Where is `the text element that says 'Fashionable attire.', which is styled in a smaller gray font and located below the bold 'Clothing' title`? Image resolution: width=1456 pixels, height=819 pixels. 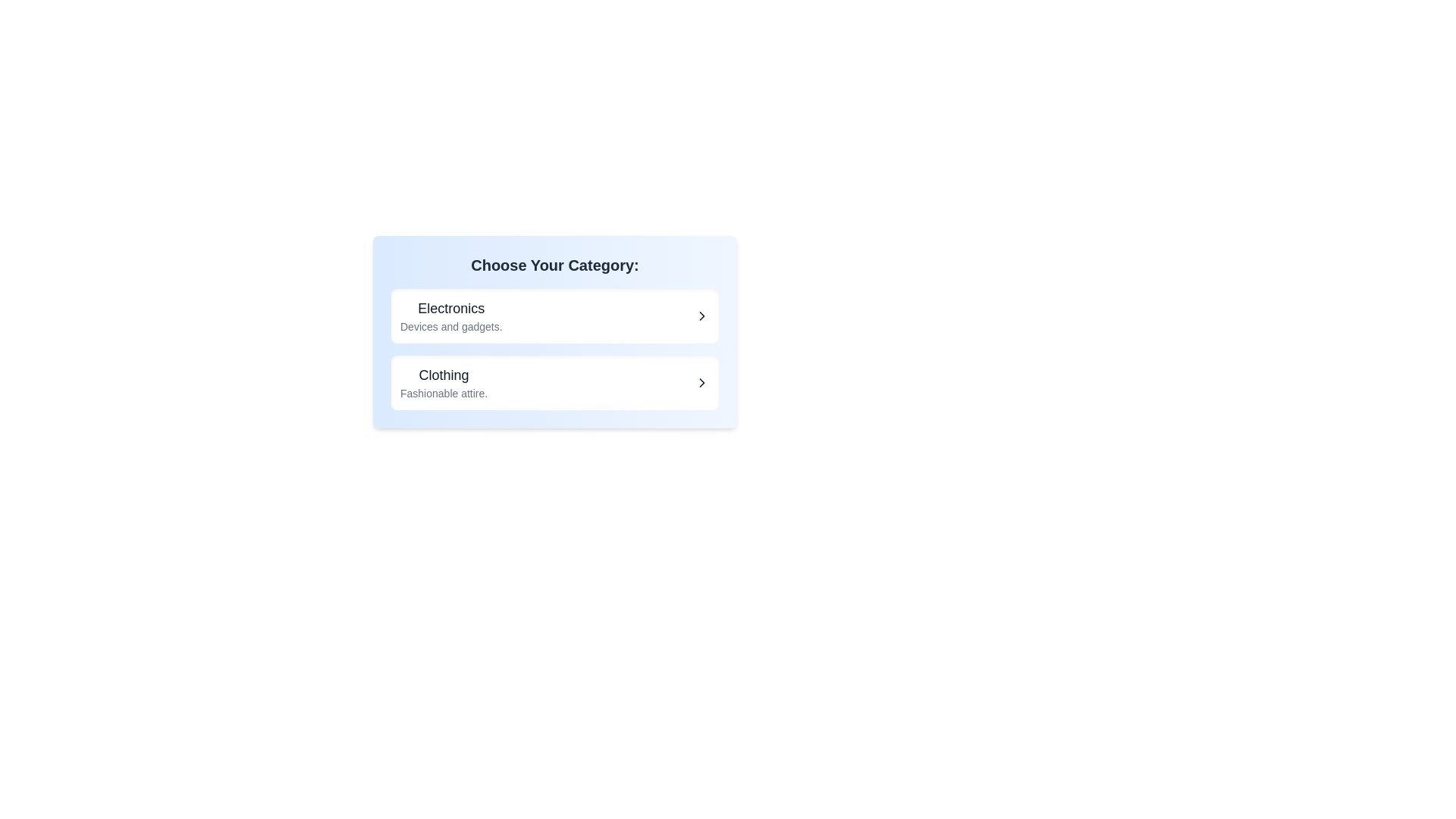 the text element that says 'Fashionable attire.', which is styled in a smaller gray font and located below the bold 'Clothing' title is located at coordinates (443, 393).